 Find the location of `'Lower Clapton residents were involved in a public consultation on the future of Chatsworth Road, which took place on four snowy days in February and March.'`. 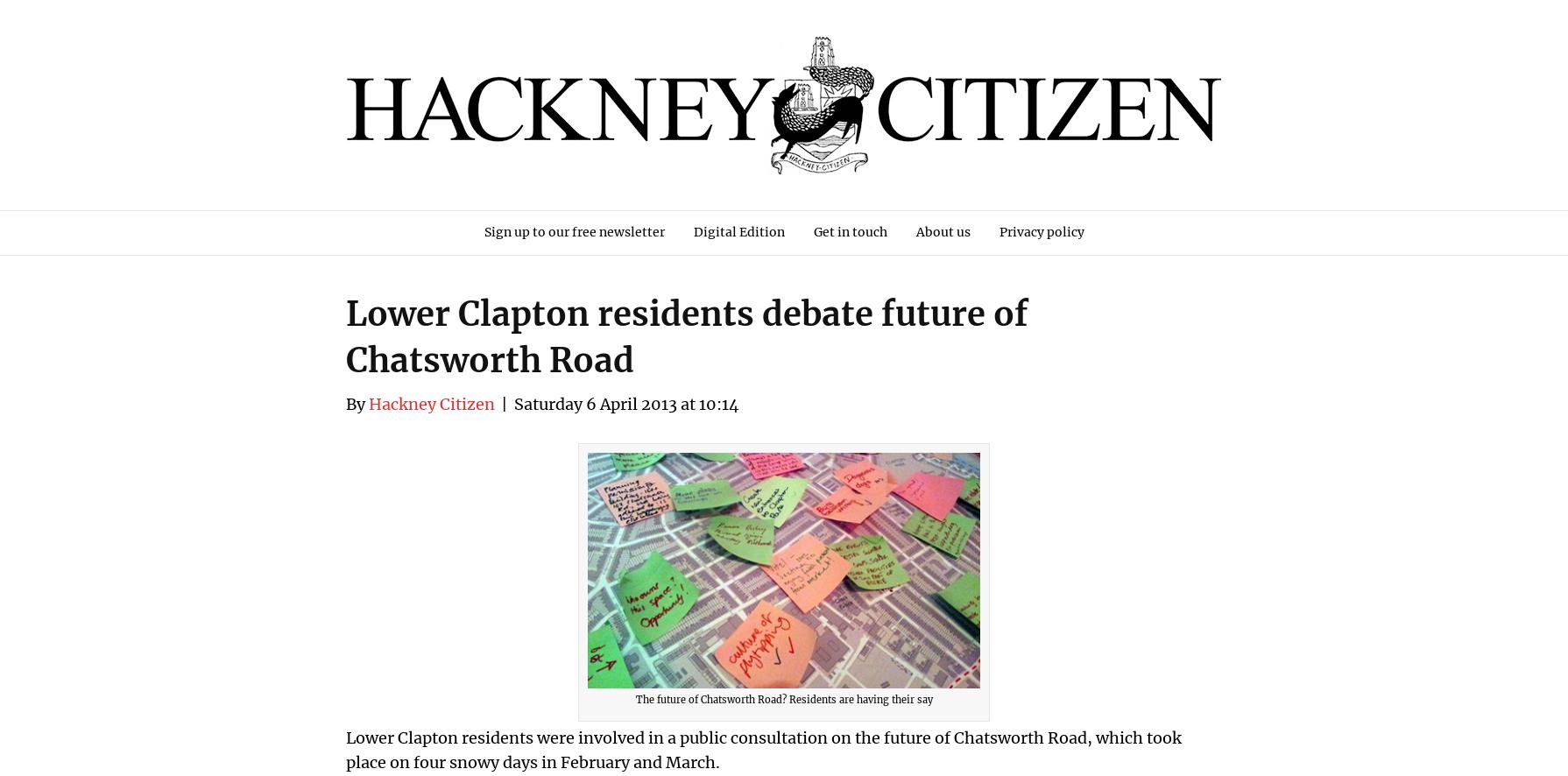

'Lower Clapton residents were involved in a public consultation on the future of Chatsworth Road, which took place on four snowy days in February and March.' is located at coordinates (763, 748).